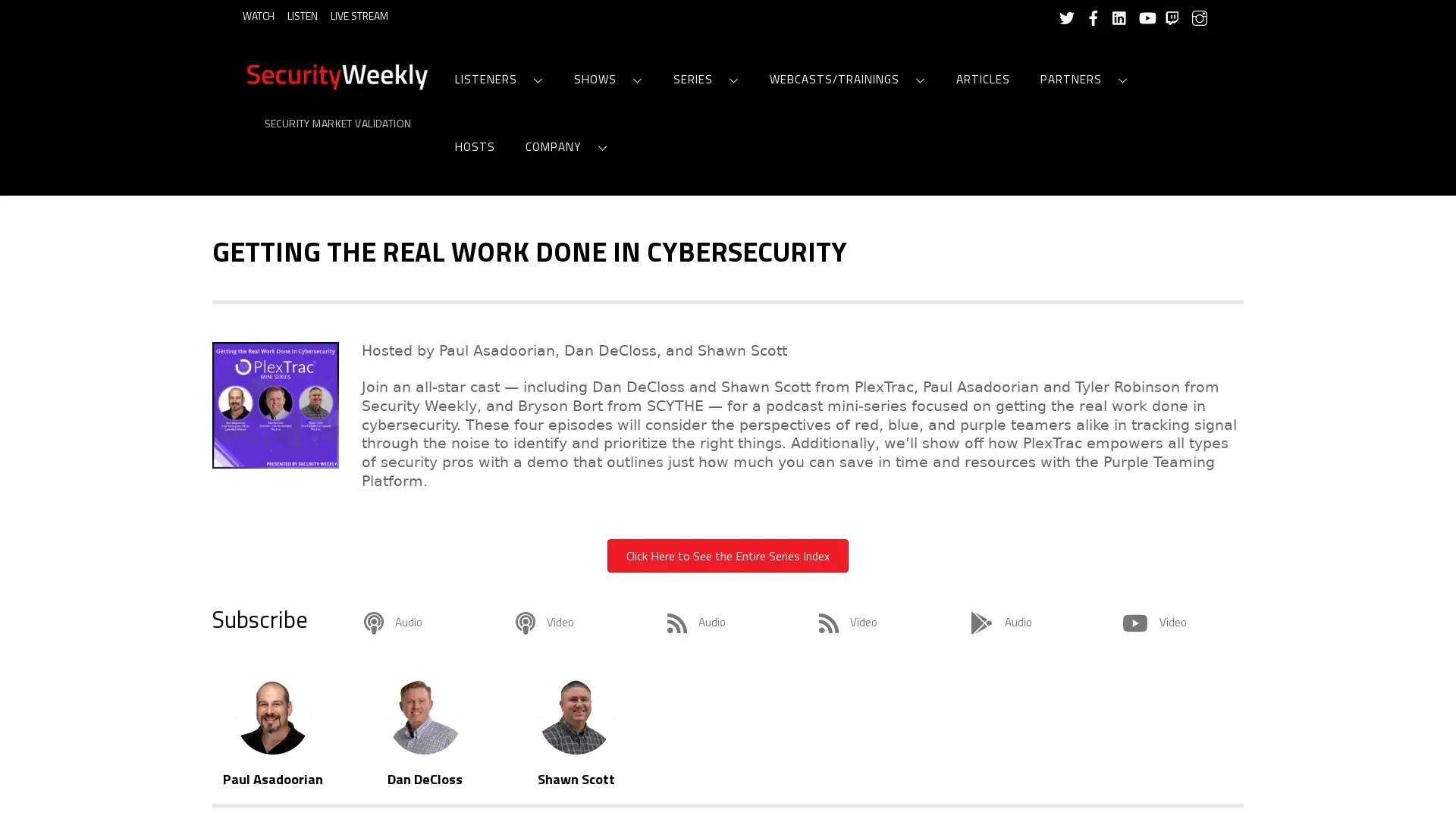 The width and height of the screenshot is (1456, 819). What do you see at coordinates (728, 555) in the screenshot?
I see `Click Here to See the Entire Series Index` at bounding box center [728, 555].